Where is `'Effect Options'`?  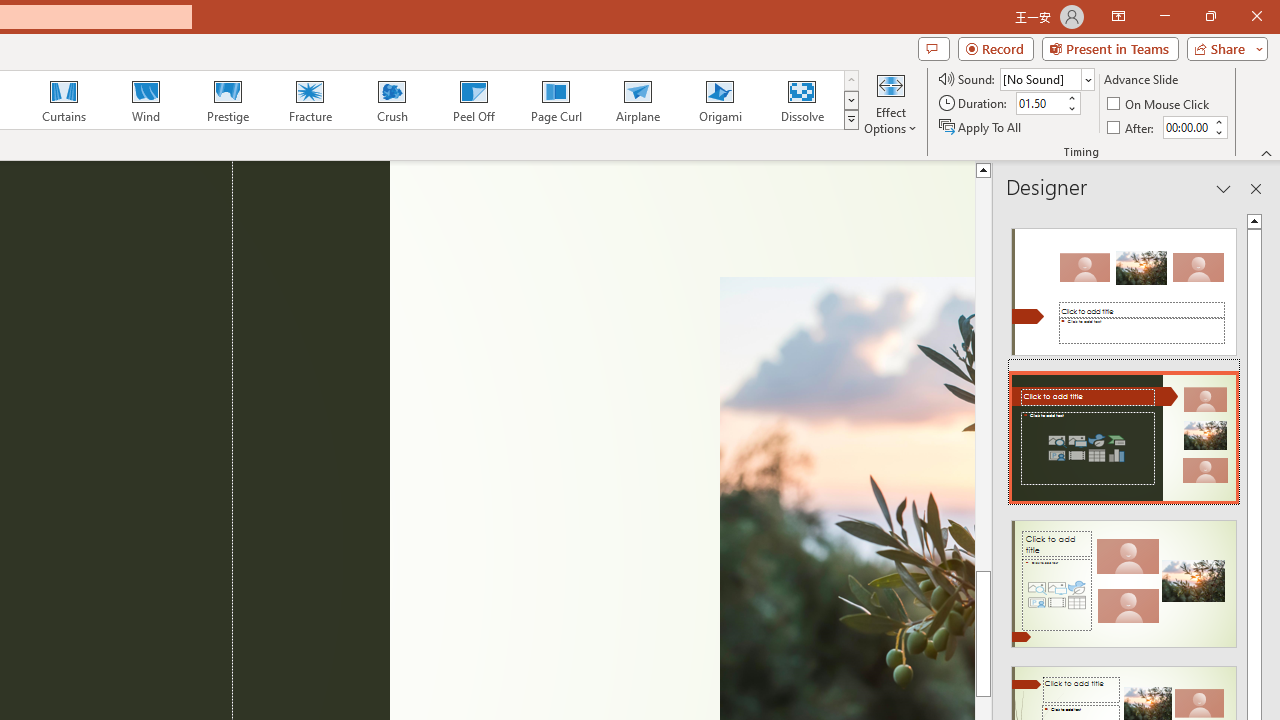 'Effect Options' is located at coordinates (889, 103).